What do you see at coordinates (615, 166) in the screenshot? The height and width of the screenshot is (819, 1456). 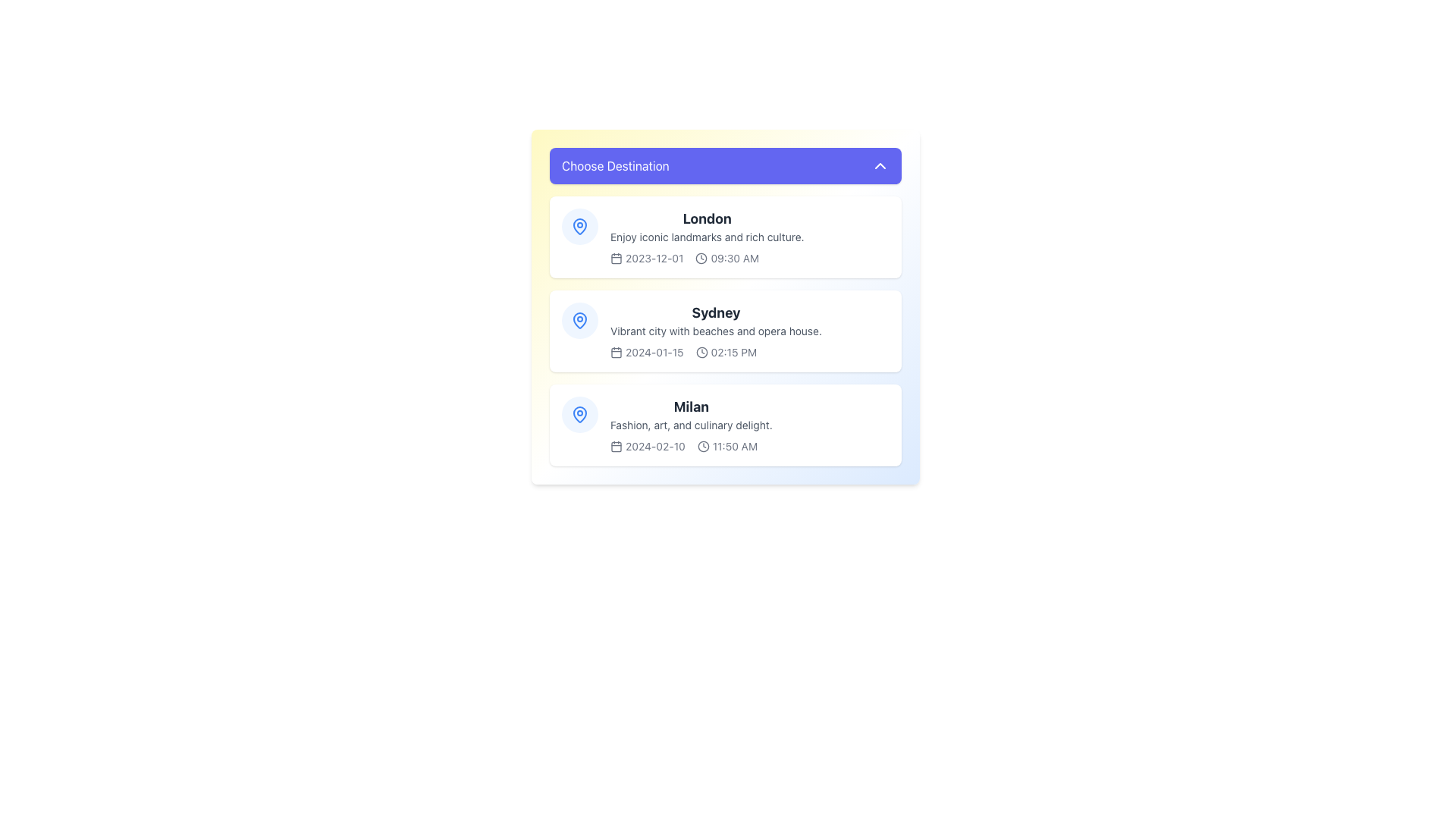 I see `the Static Text Label displaying 'Choose Destination' in white on a violet background, which is part of a card-like component and positioned above a list of destination items` at bounding box center [615, 166].